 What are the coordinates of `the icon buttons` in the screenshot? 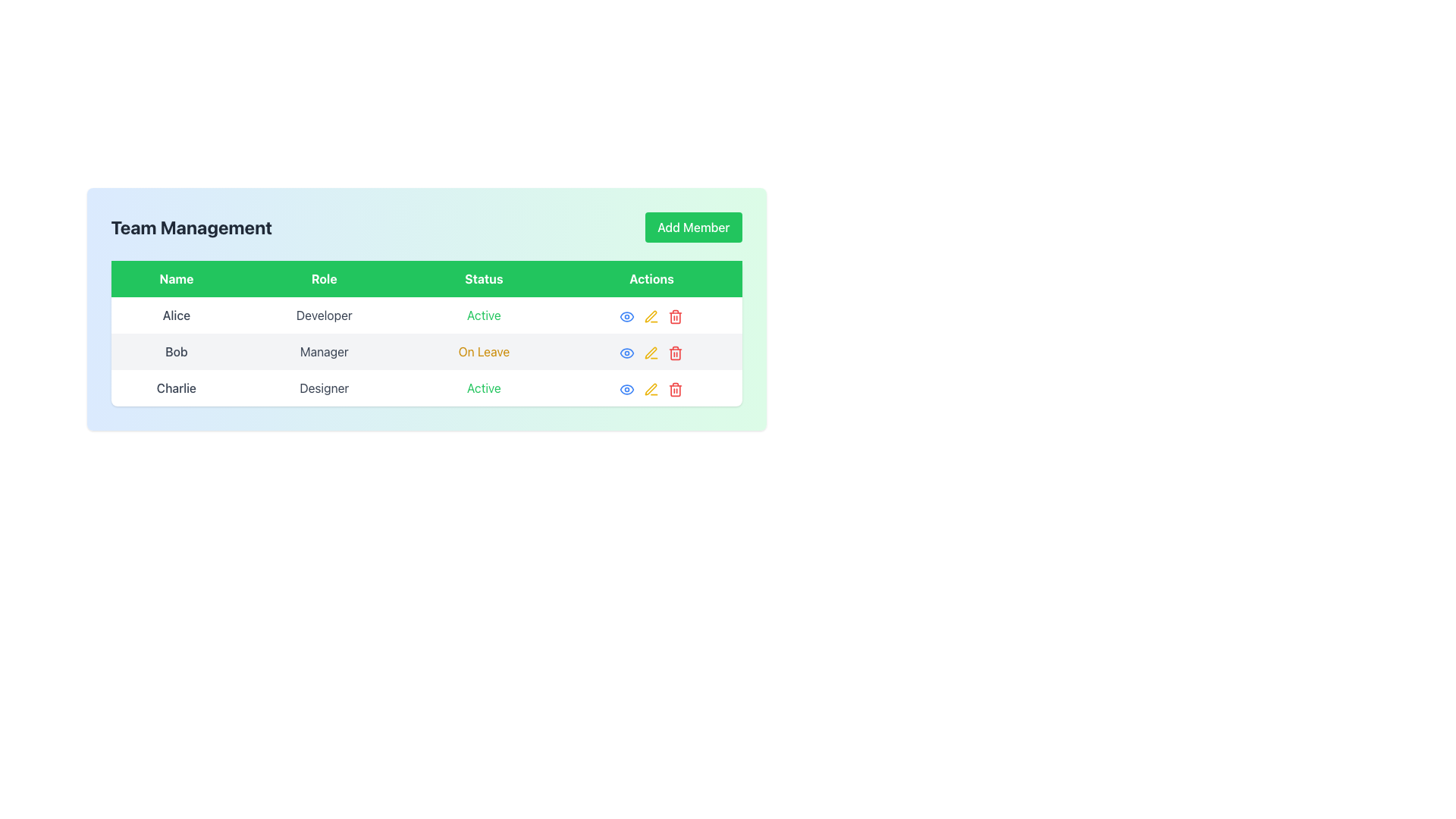 It's located at (651, 388).